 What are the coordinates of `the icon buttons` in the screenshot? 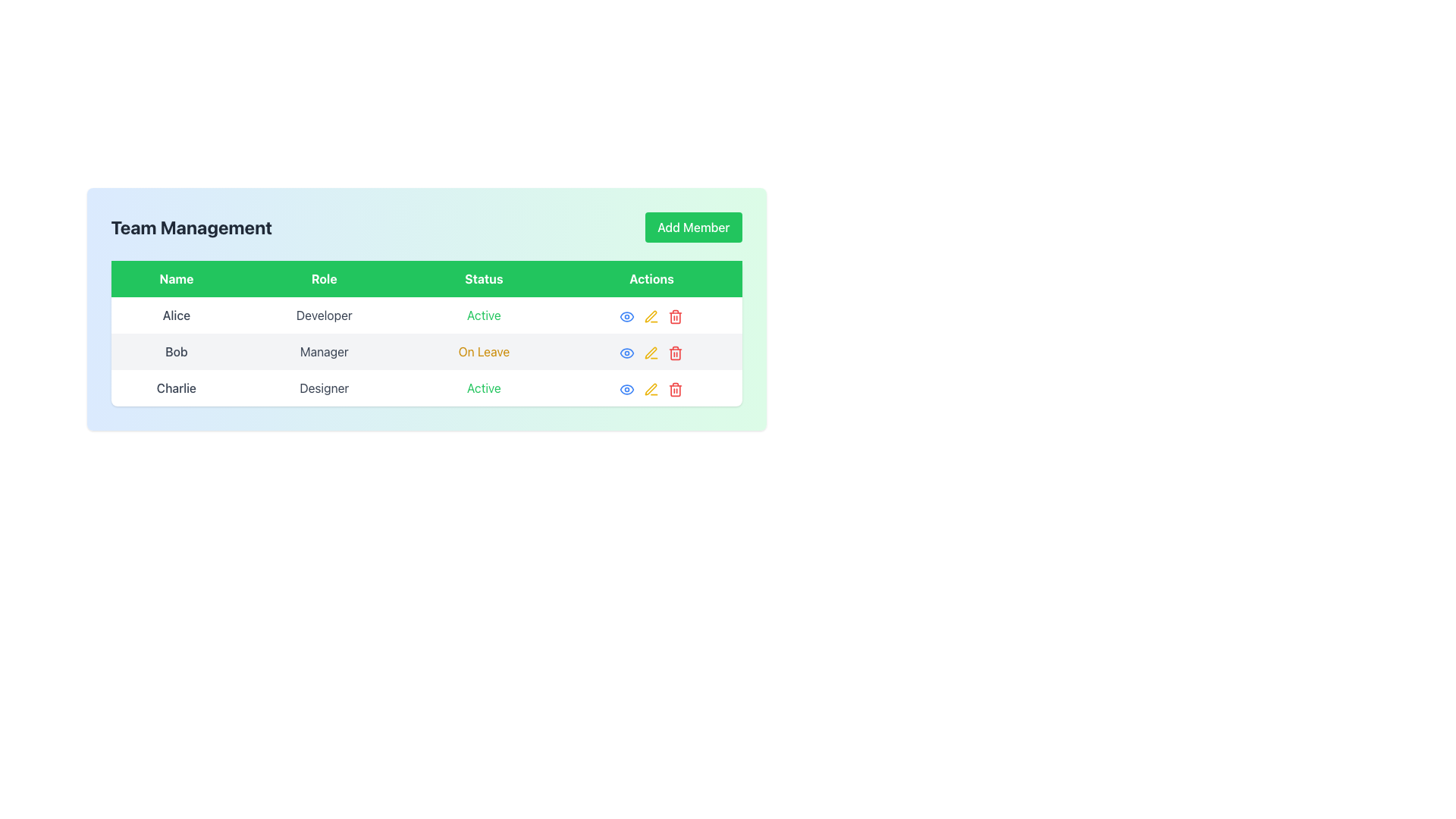 It's located at (651, 388).